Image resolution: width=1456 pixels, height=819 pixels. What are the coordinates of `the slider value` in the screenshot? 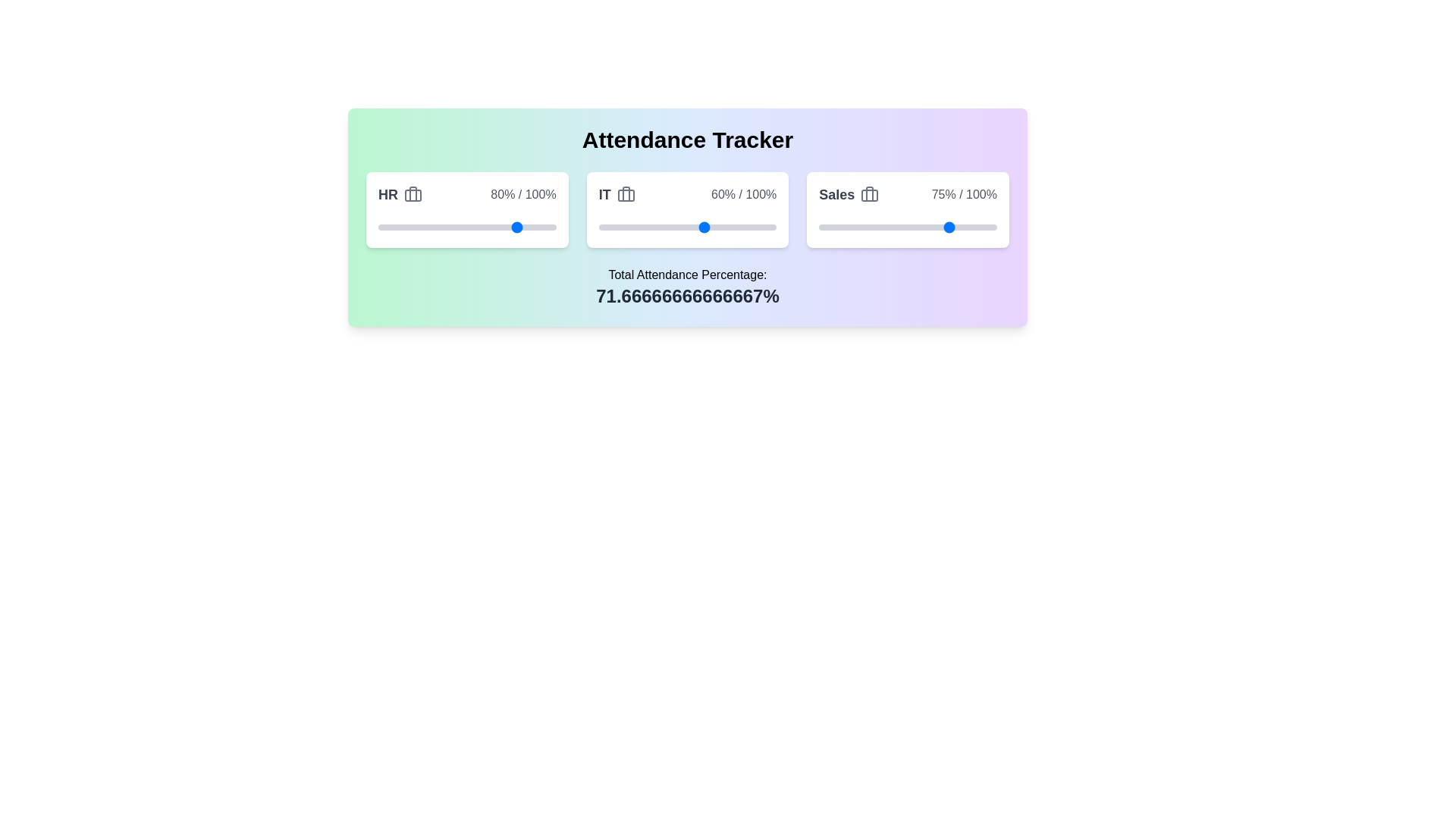 It's located at (634, 227).